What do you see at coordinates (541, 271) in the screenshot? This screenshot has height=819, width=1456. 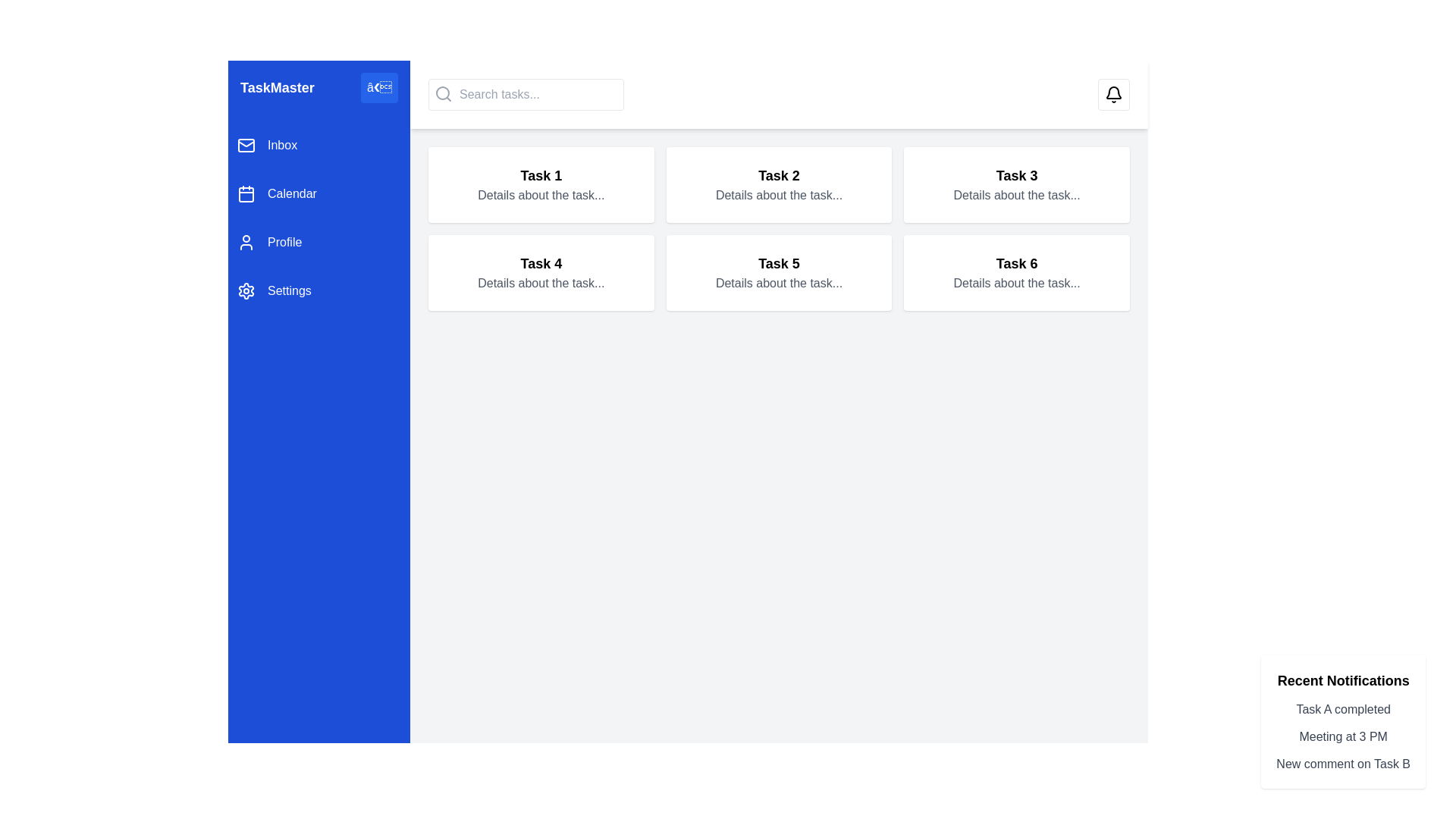 I see `the task item card titled 'Task 4', which is the fourth card in a grid layout, located in the second row, first column` at bounding box center [541, 271].